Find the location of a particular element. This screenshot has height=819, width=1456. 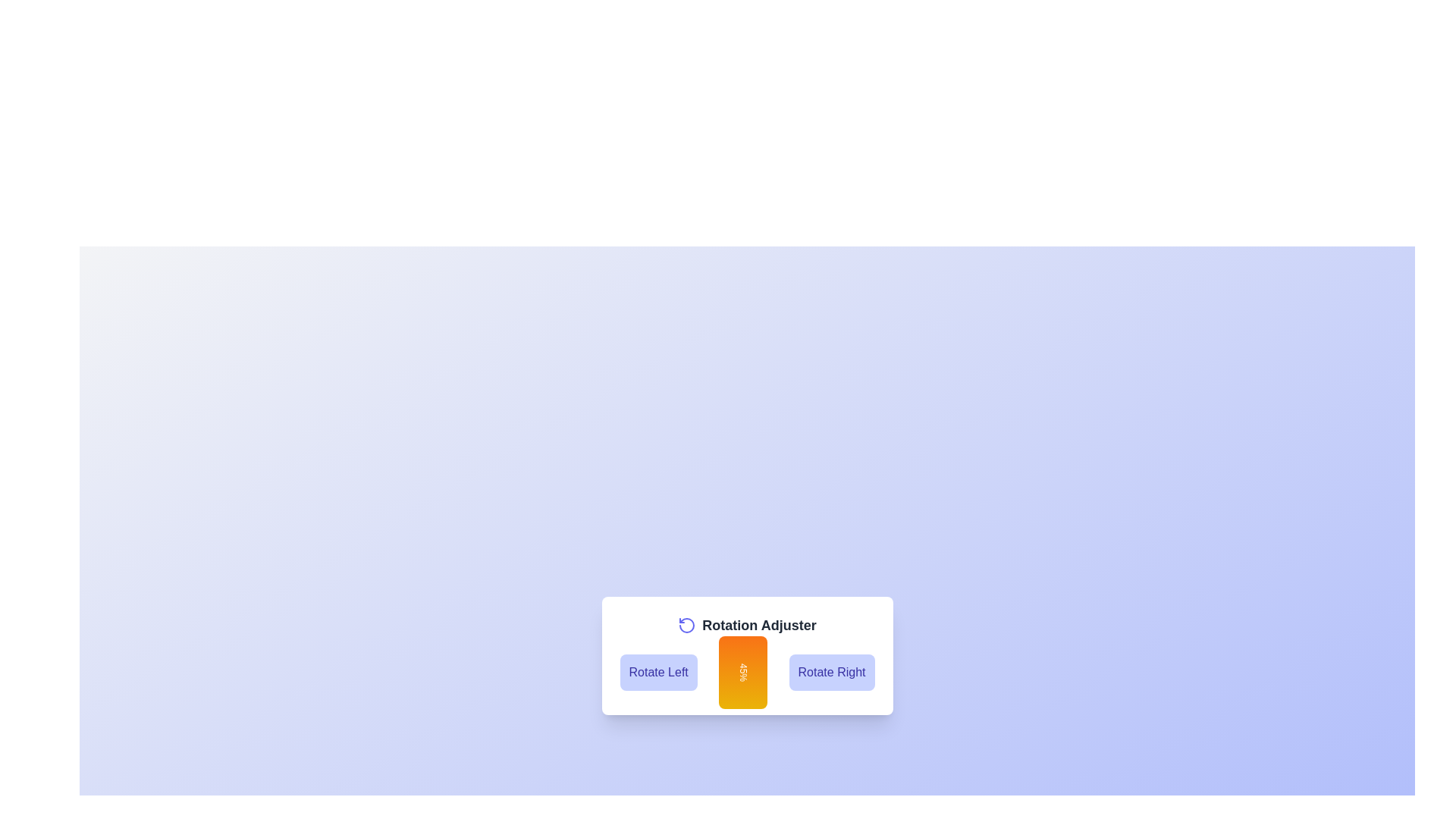

the 'Rotate Left' button to decrease the rotation is located at coordinates (658, 672).